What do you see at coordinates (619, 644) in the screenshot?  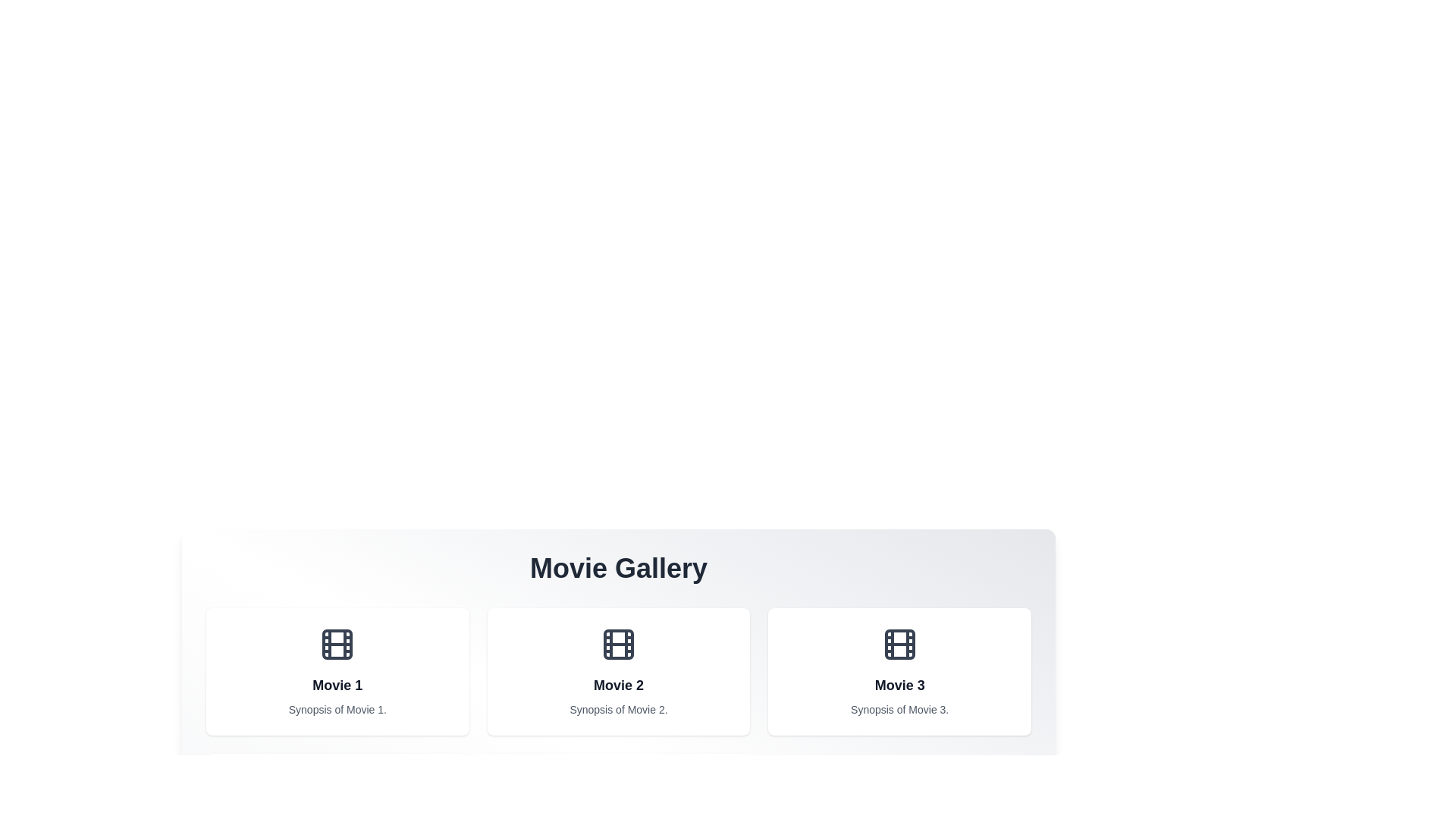 I see `the decorative visual element of the film reel icon representing 'Movie 2' in the movie gallery interface` at bounding box center [619, 644].